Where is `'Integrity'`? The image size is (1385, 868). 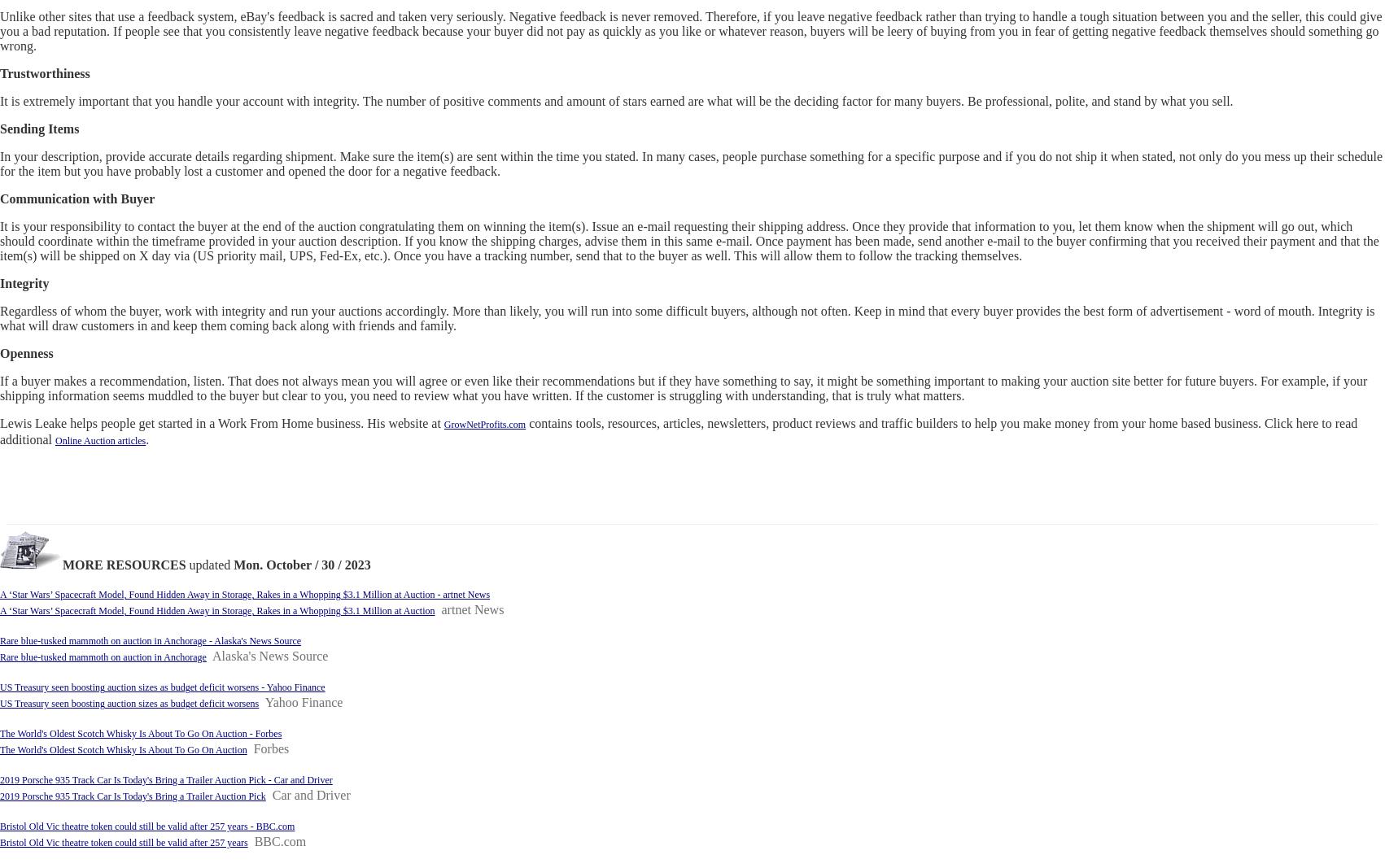 'Integrity' is located at coordinates (24, 283).